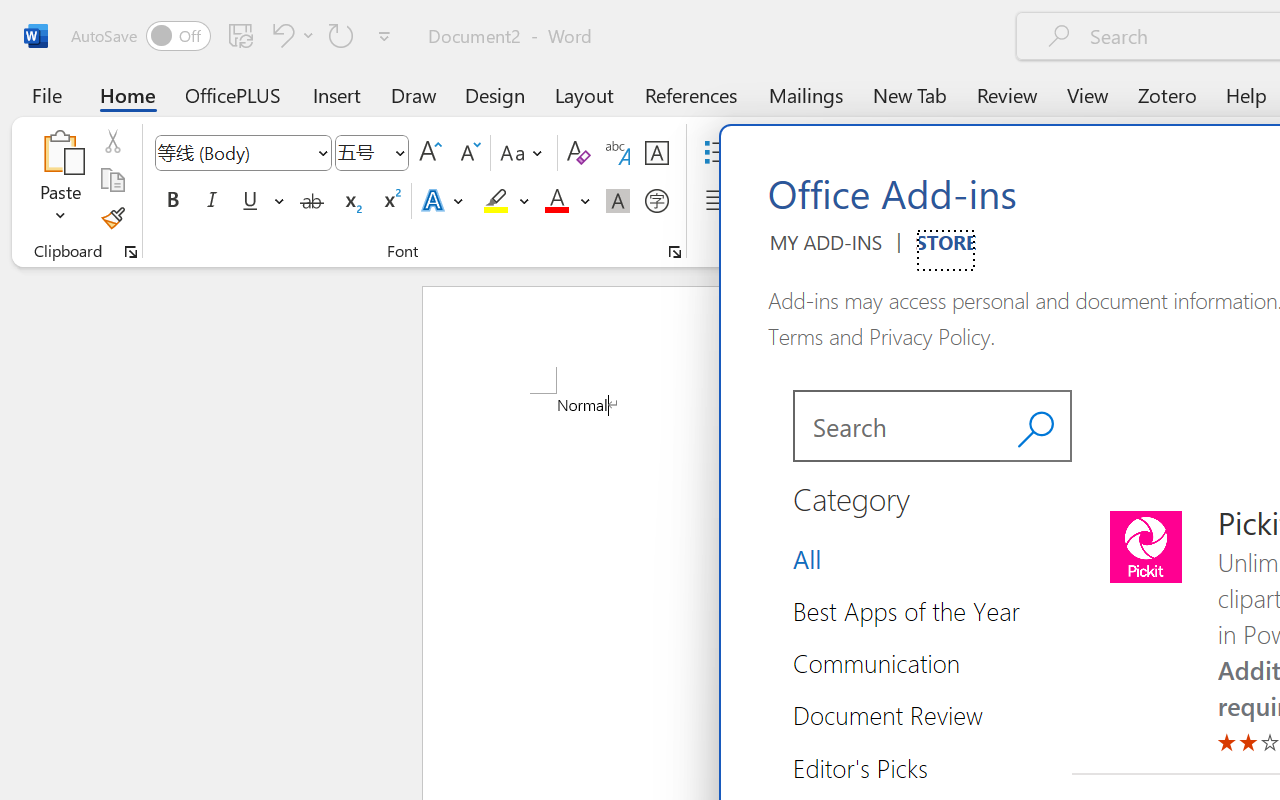 The height and width of the screenshot is (800, 1280). What do you see at coordinates (617, 153) in the screenshot?
I see `'Phonetic Guide...'` at bounding box center [617, 153].